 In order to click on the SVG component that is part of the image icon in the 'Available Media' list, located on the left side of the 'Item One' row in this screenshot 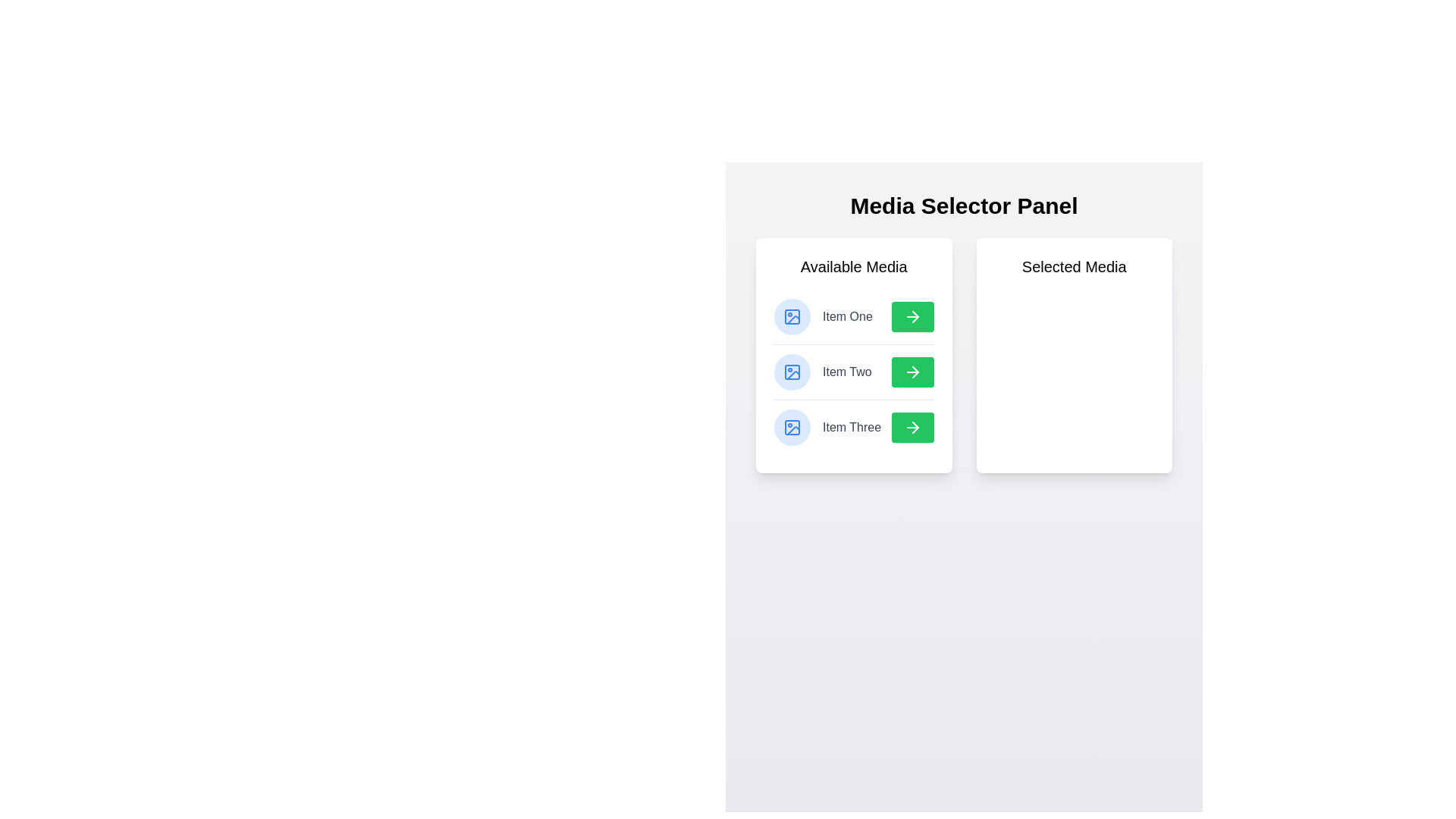, I will do `click(792, 315)`.